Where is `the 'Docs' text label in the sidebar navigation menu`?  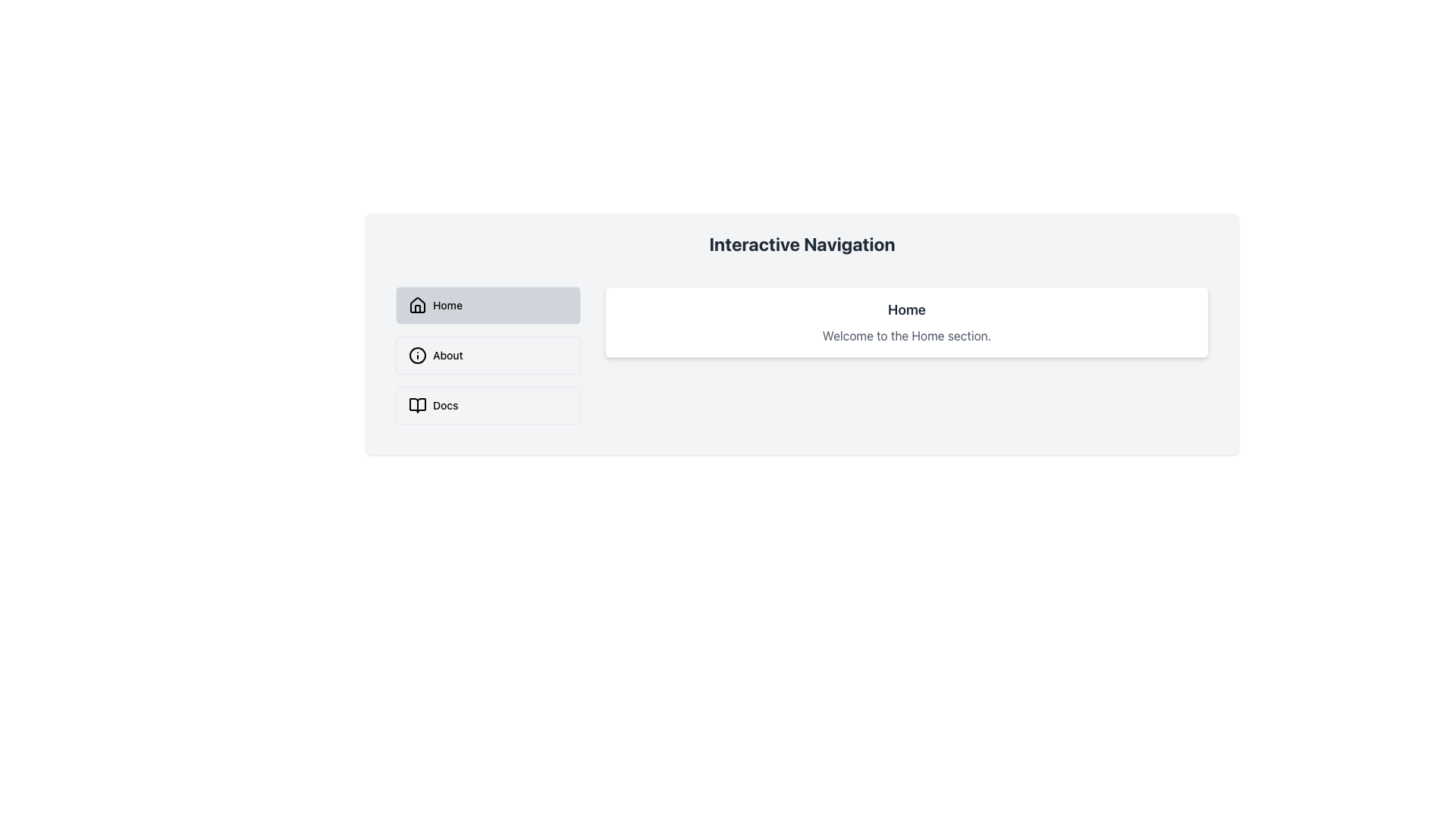
the 'Docs' text label in the sidebar navigation menu is located at coordinates (444, 405).